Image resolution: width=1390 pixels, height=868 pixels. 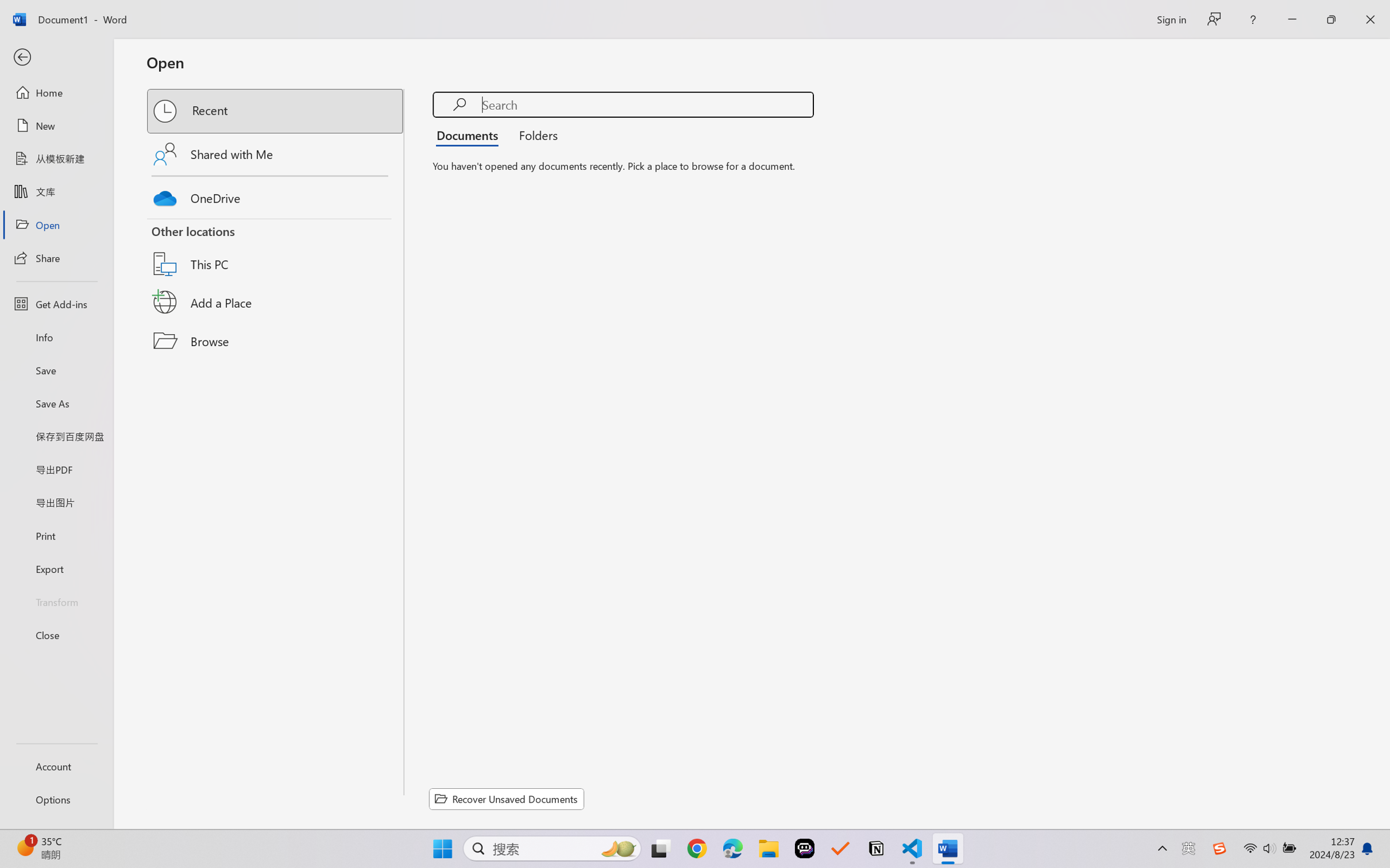 I want to click on 'Back', so click(x=56, y=57).